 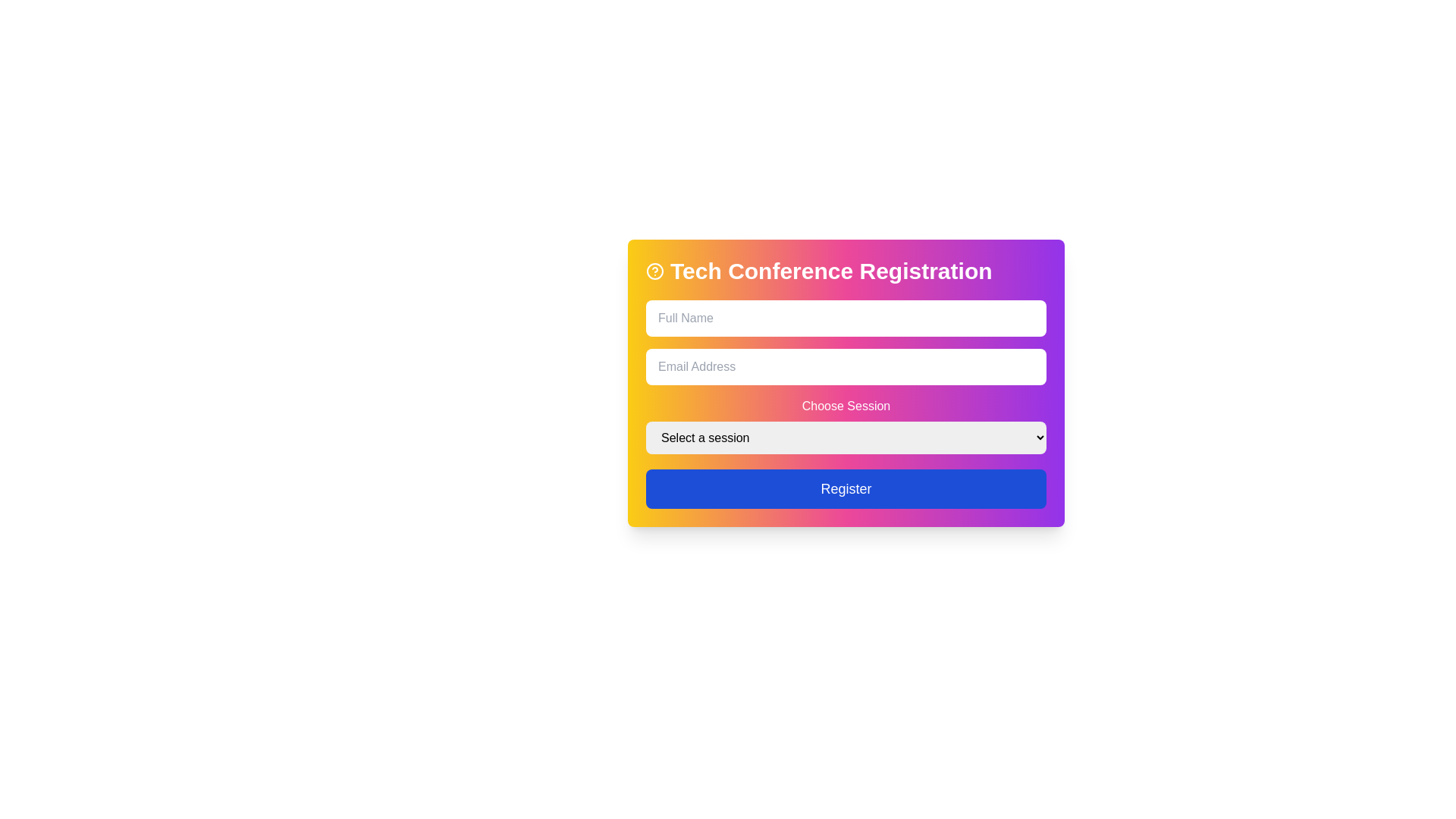 I want to click on the circle element within the SVG icon located to the left of the 'Tech Conference Registration' text near the top of the registration form, so click(x=655, y=271).